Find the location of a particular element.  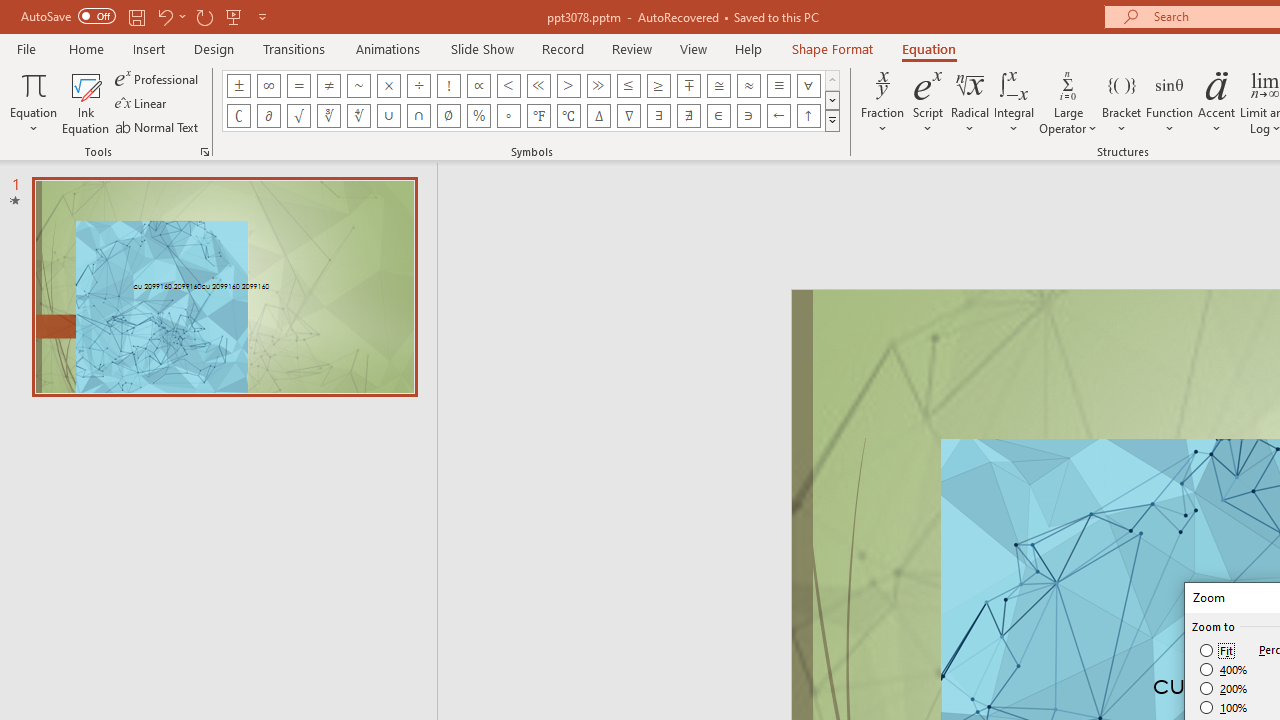

'Equation Symbol Degrees' is located at coordinates (508, 115).